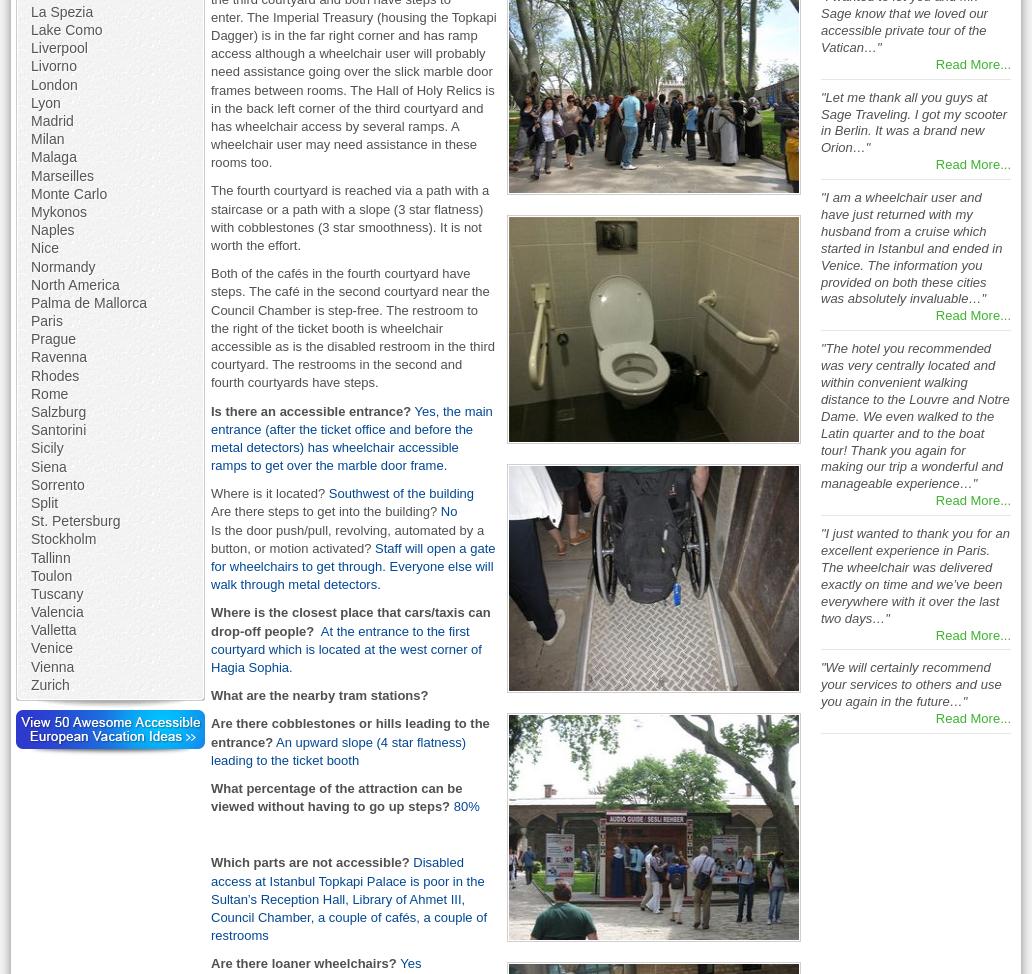  What do you see at coordinates (52, 666) in the screenshot?
I see `'Vienna'` at bounding box center [52, 666].